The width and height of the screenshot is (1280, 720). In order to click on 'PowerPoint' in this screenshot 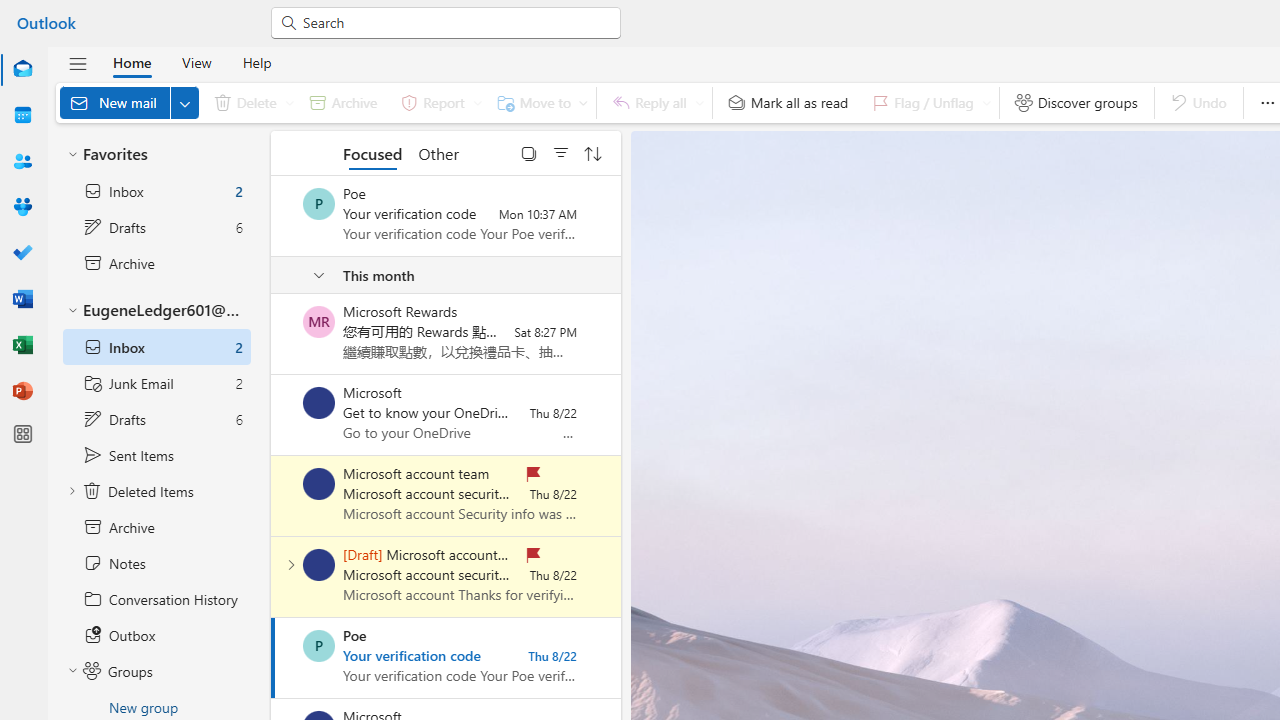, I will do `click(23, 392)`.